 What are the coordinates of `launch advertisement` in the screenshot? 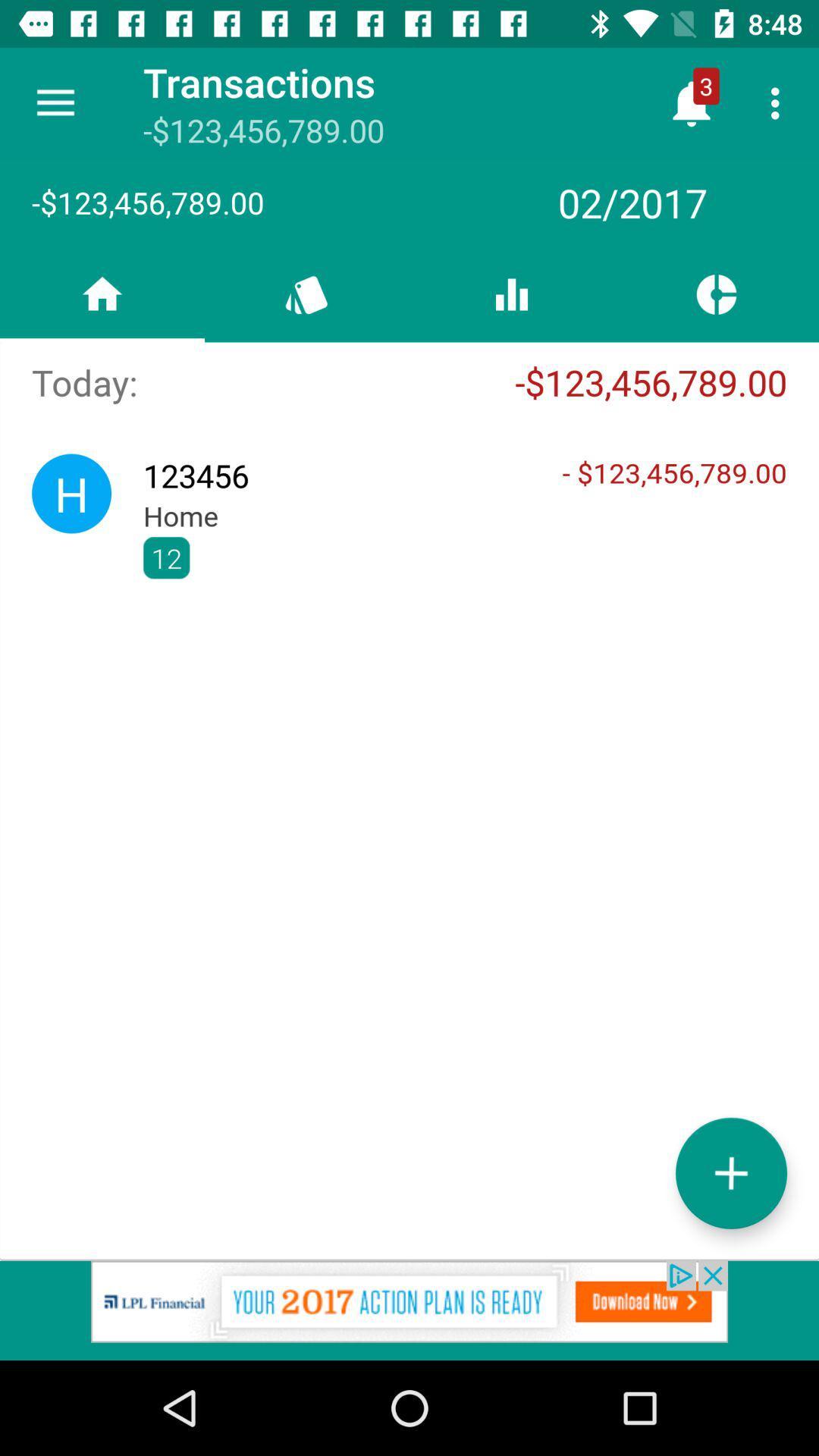 It's located at (409, 1310).